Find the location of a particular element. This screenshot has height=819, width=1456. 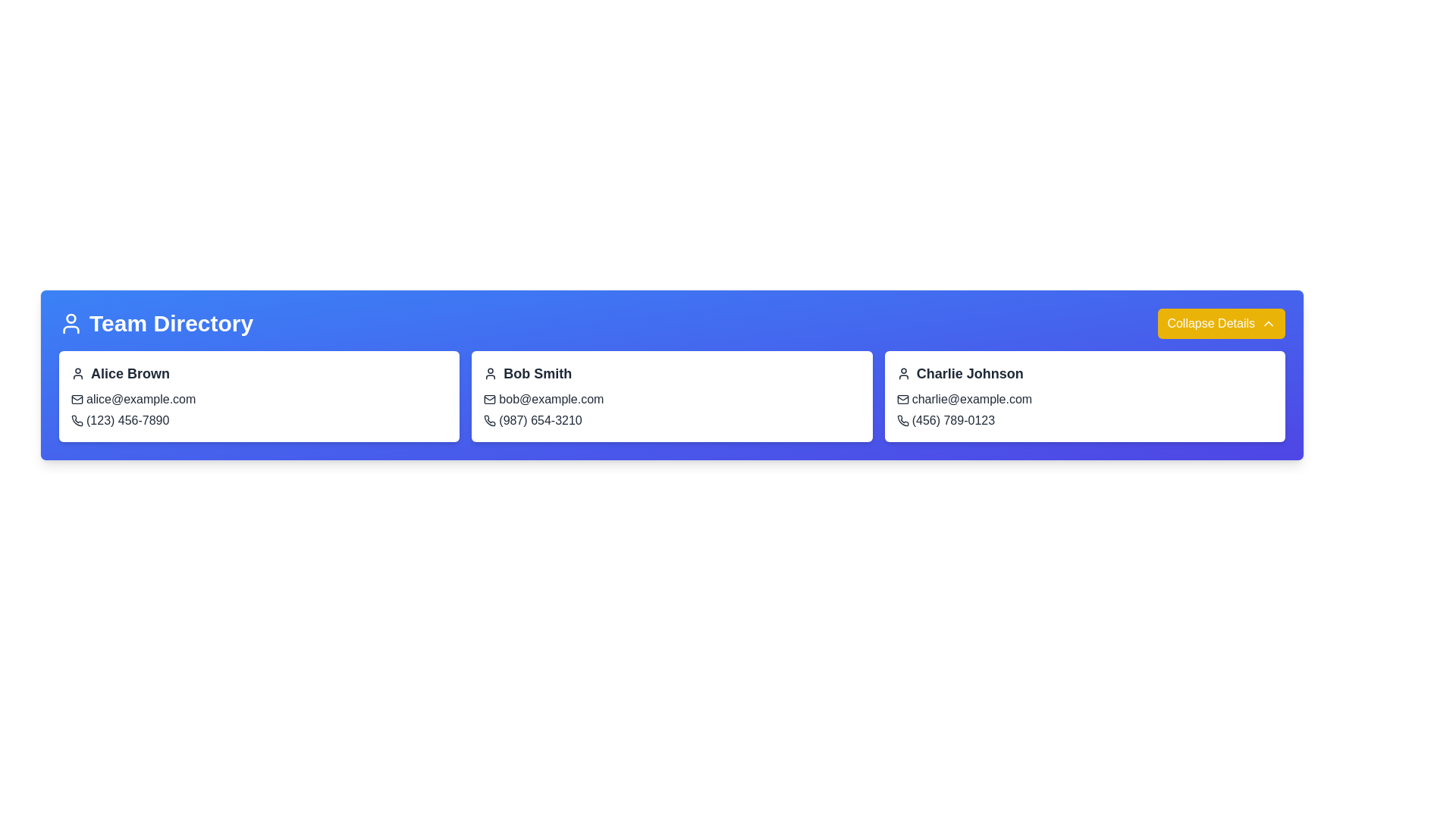

the first Information Card in the Team Directory, which displays a contact entry with name, email, and phone number is located at coordinates (259, 396).